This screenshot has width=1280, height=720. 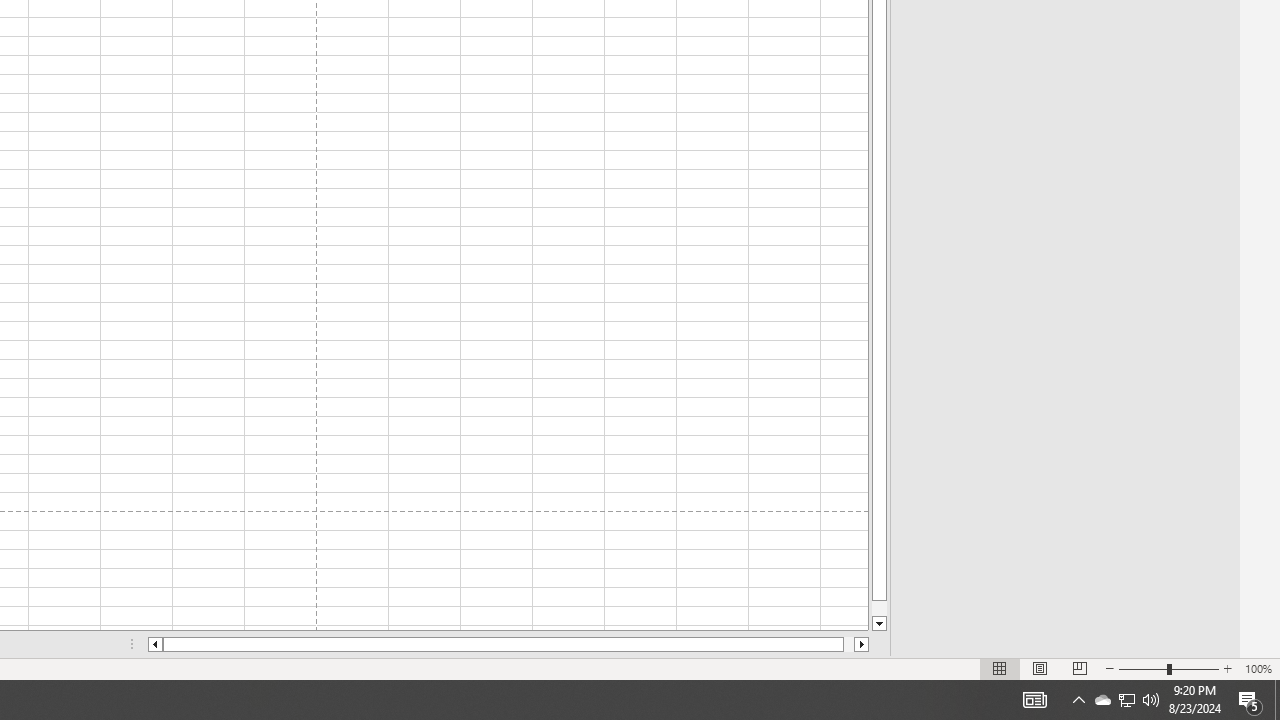 What do you see at coordinates (1226, 669) in the screenshot?
I see `'Zoom In'` at bounding box center [1226, 669].